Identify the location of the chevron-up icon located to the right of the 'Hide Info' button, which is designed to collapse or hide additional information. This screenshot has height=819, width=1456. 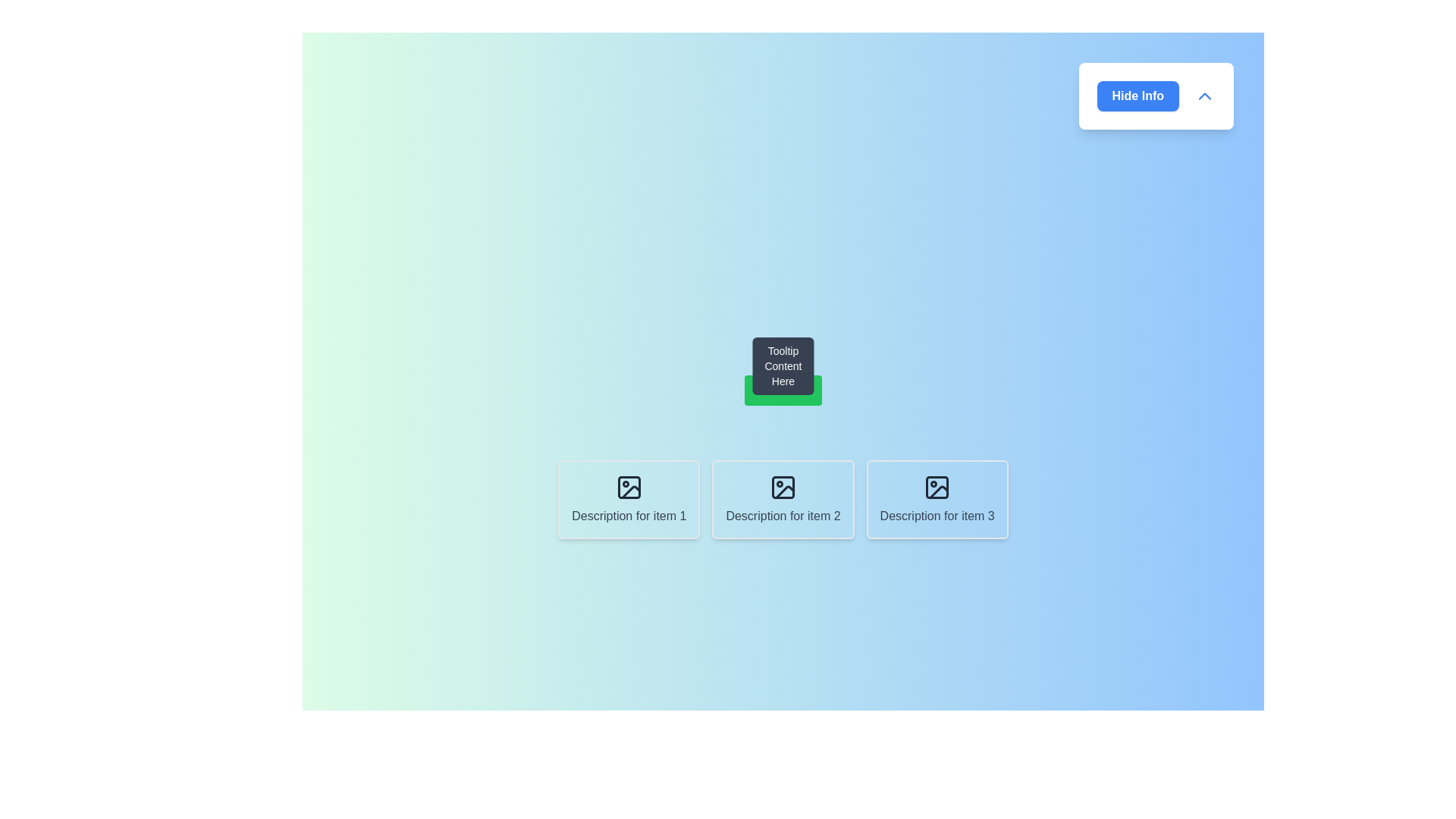
(1203, 96).